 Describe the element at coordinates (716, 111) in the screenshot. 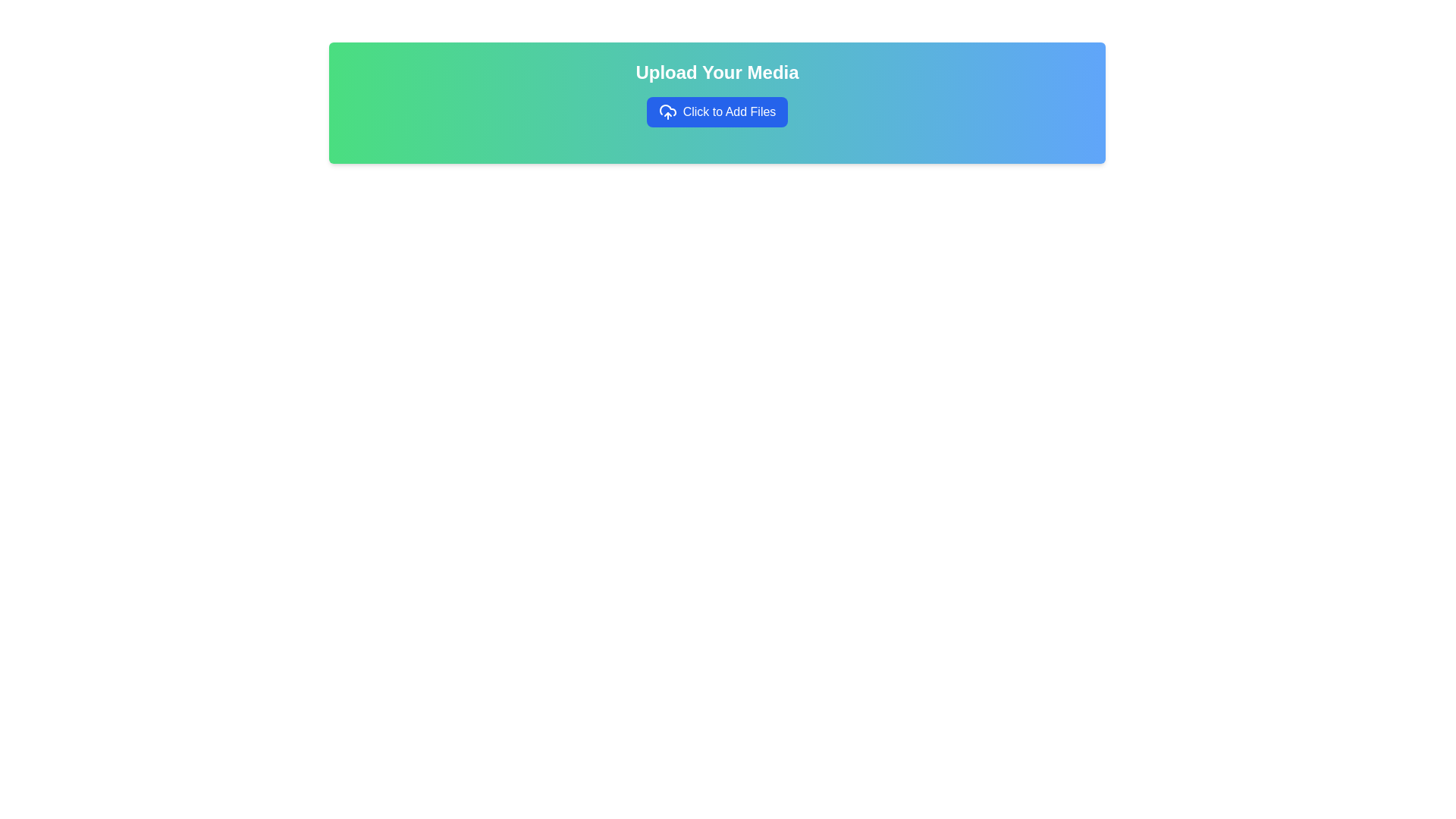

I see `the button used to initiate the process of adding files, positioned below the 'Upload Your Media' label` at that location.